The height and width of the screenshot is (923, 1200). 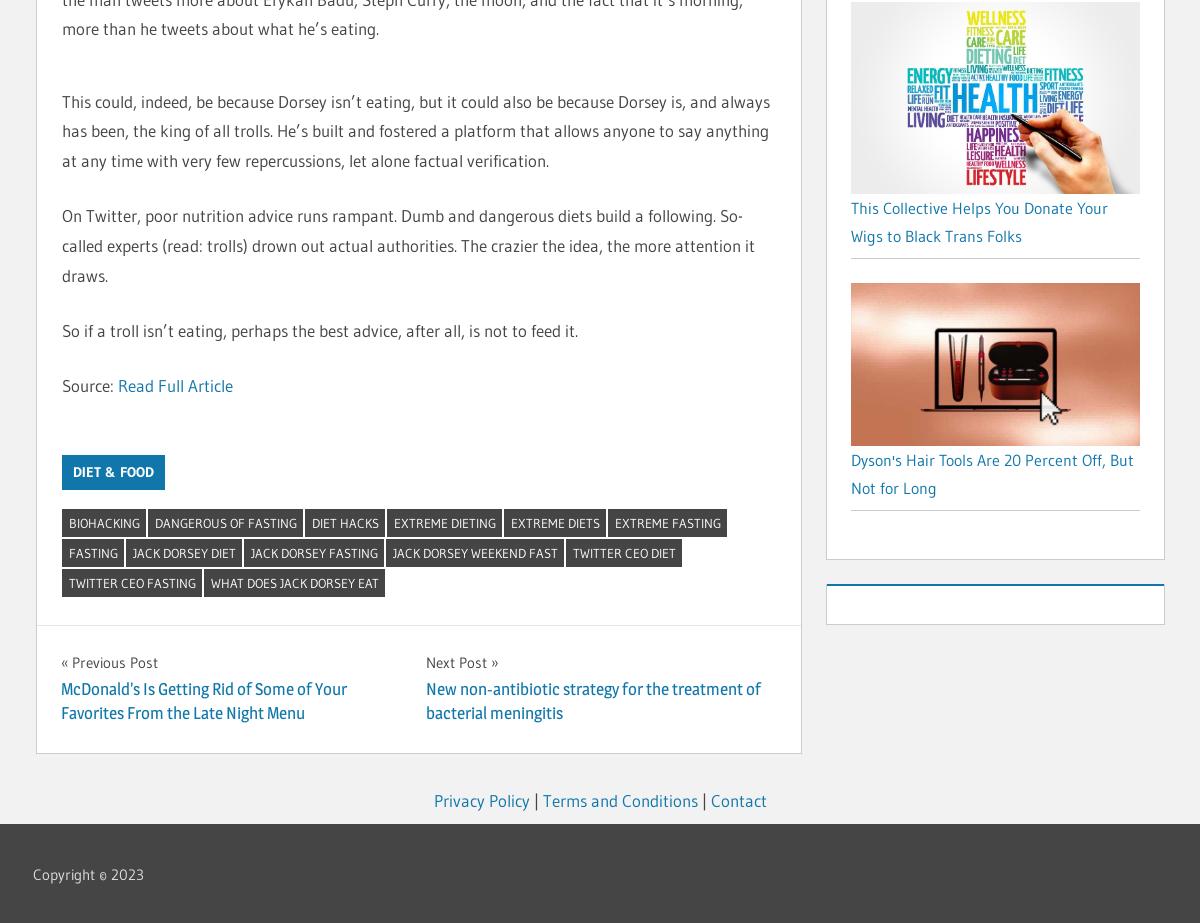 What do you see at coordinates (90, 385) in the screenshot?
I see `'Source:'` at bounding box center [90, 385].